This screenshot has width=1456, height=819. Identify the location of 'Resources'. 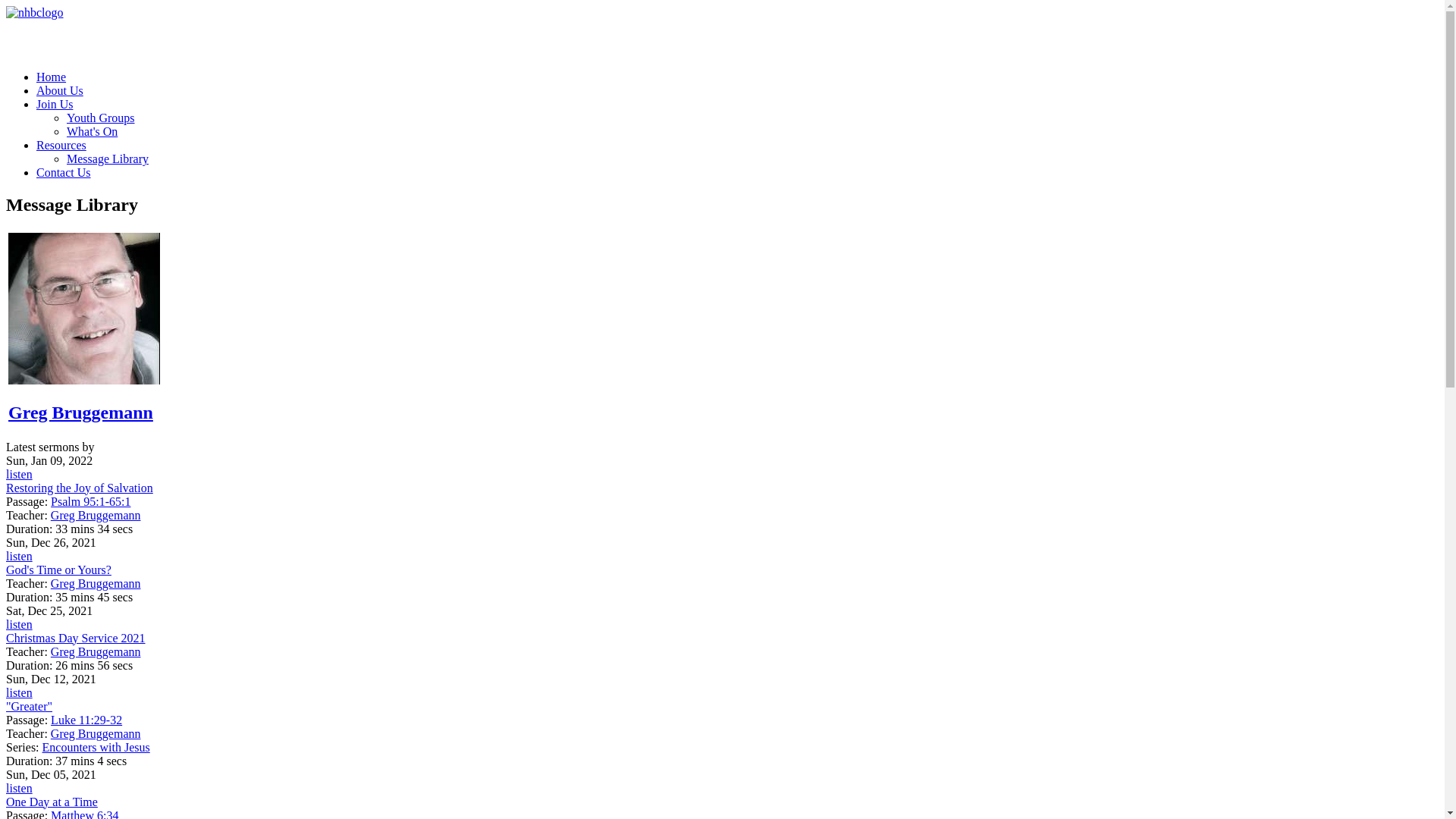
(36, 145).